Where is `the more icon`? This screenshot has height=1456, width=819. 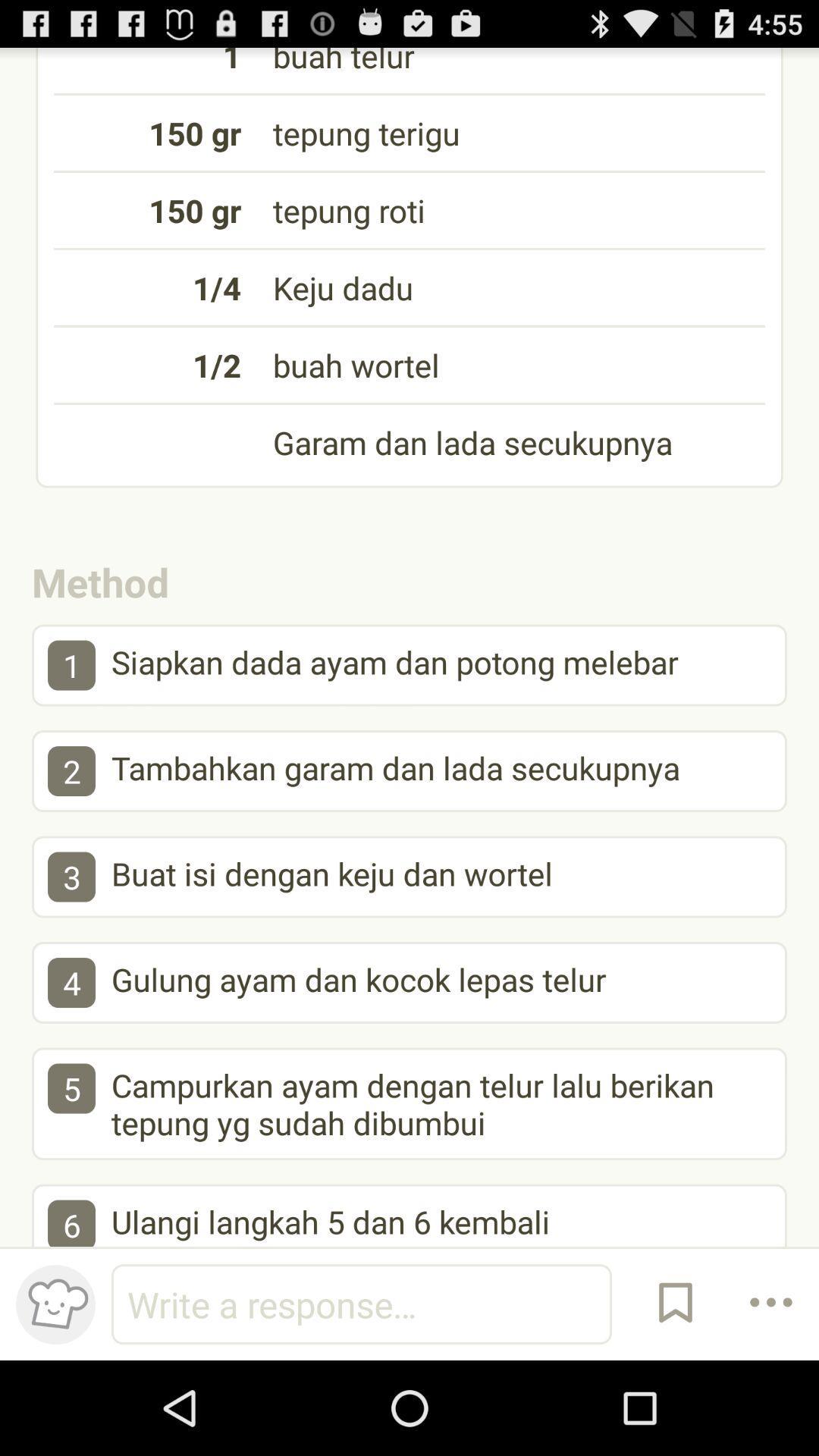 the more icon is located at coordinates (771, 1395).